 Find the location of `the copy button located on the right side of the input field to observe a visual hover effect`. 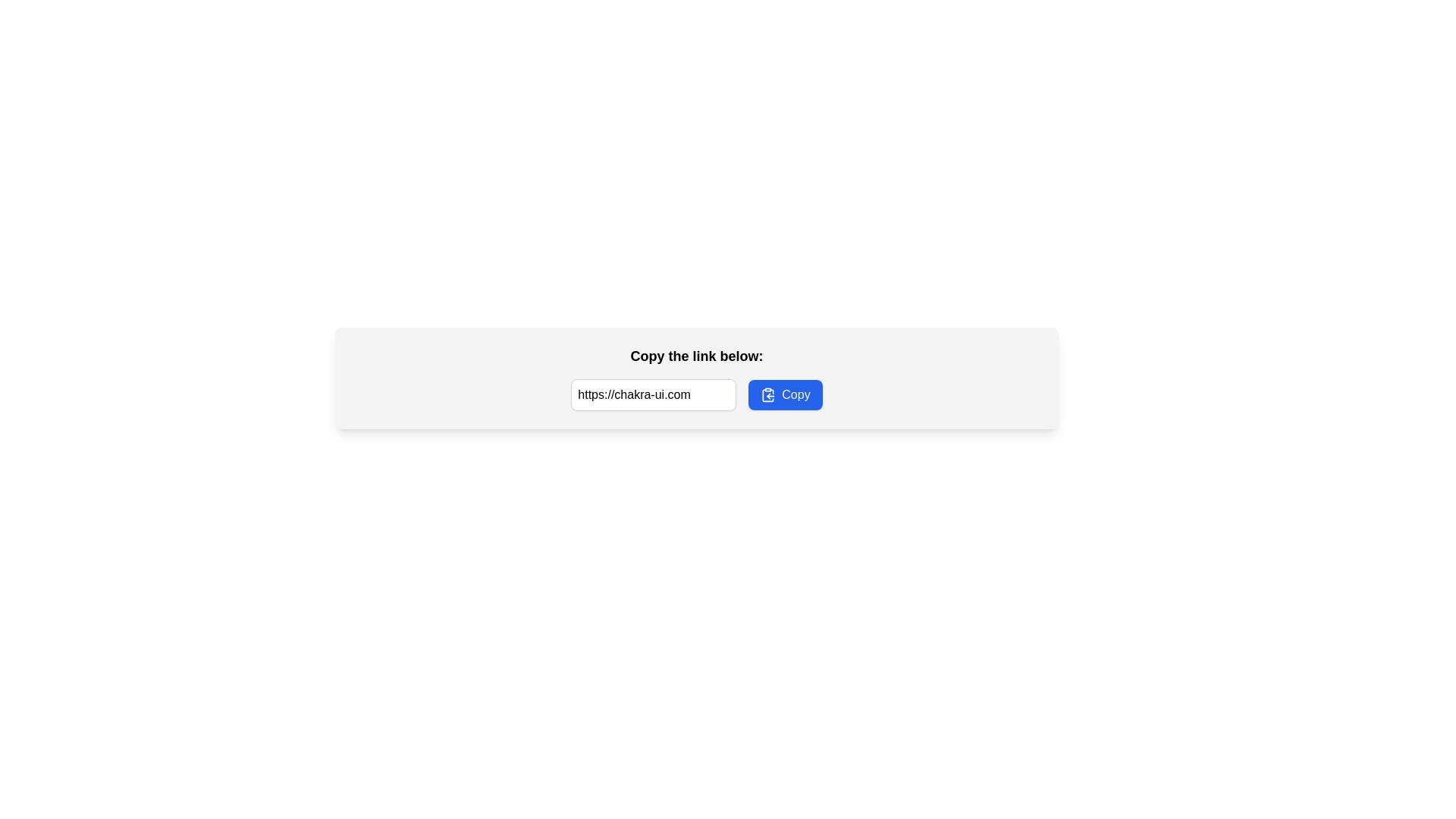

the copy button located on the right side of the input field to observe a visual hover effect is located at coordinates (786, 394).